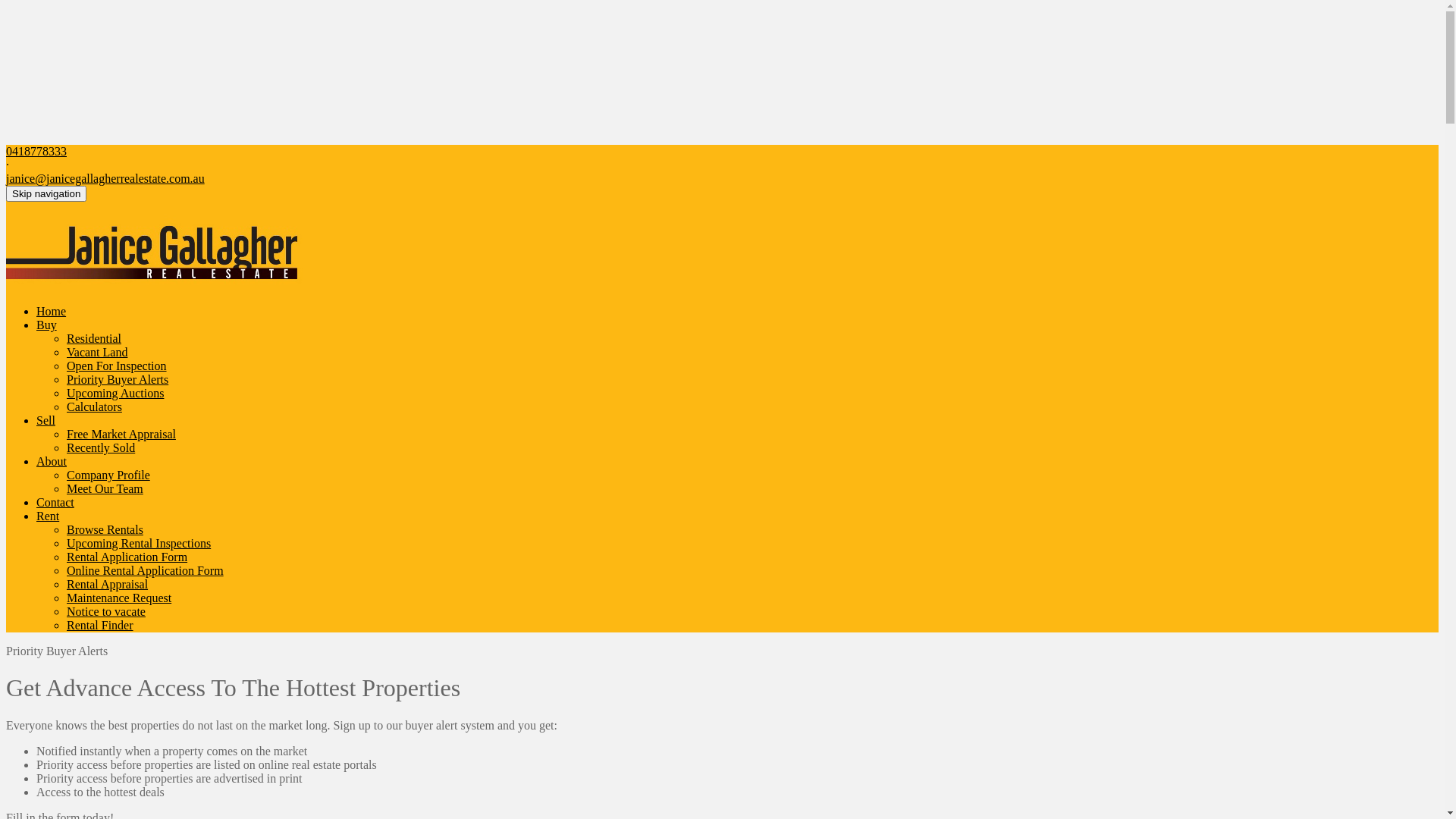 The width and height of the screenshot is (1456, 819). What do you see at coordinates (100, 447) in the screenshot?
I see `'Recently Sold'` at bounding box center [100, 447].